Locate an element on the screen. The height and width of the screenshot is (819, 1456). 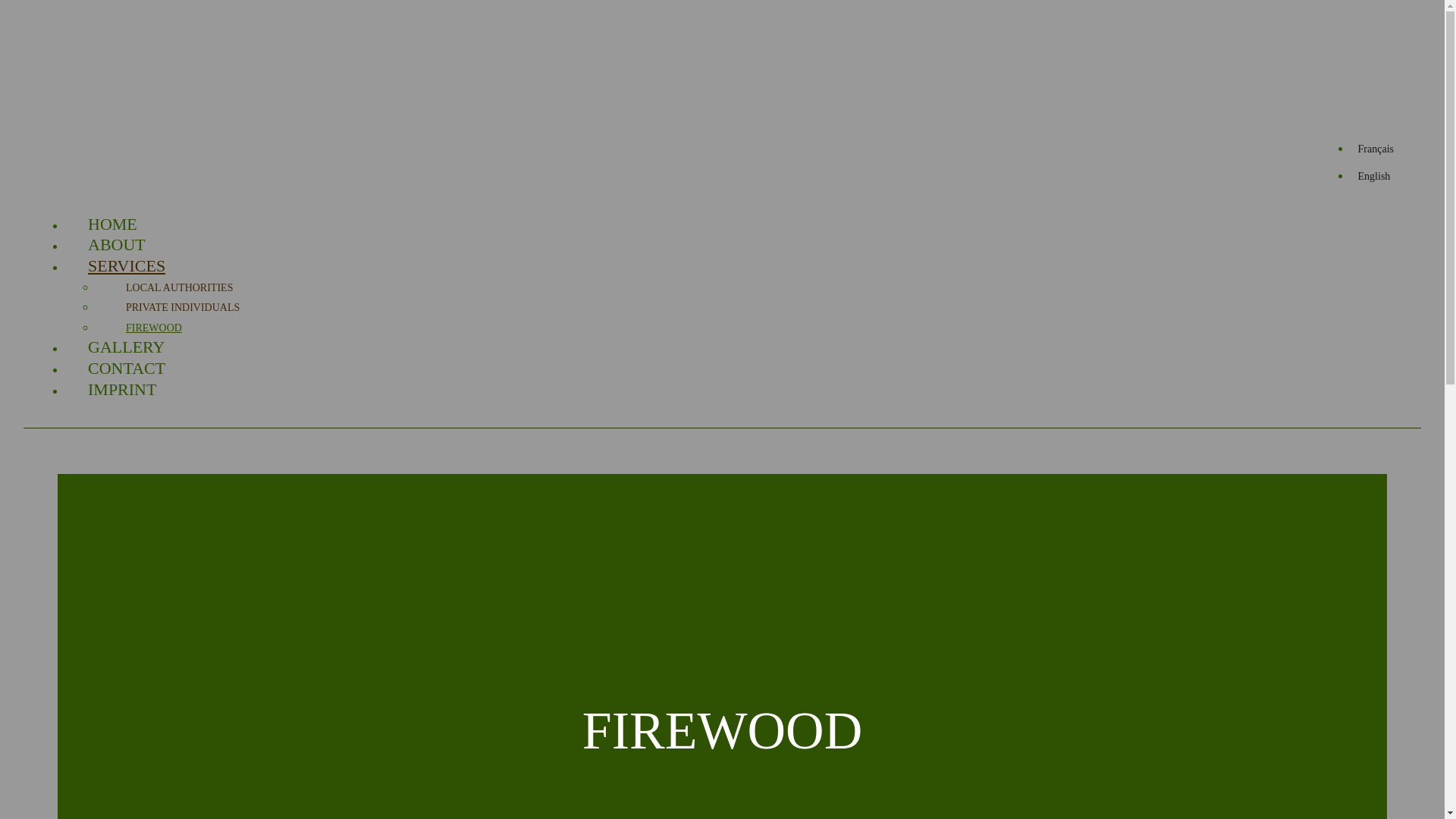
'ABOUT' is located at coordinates (115, 244).